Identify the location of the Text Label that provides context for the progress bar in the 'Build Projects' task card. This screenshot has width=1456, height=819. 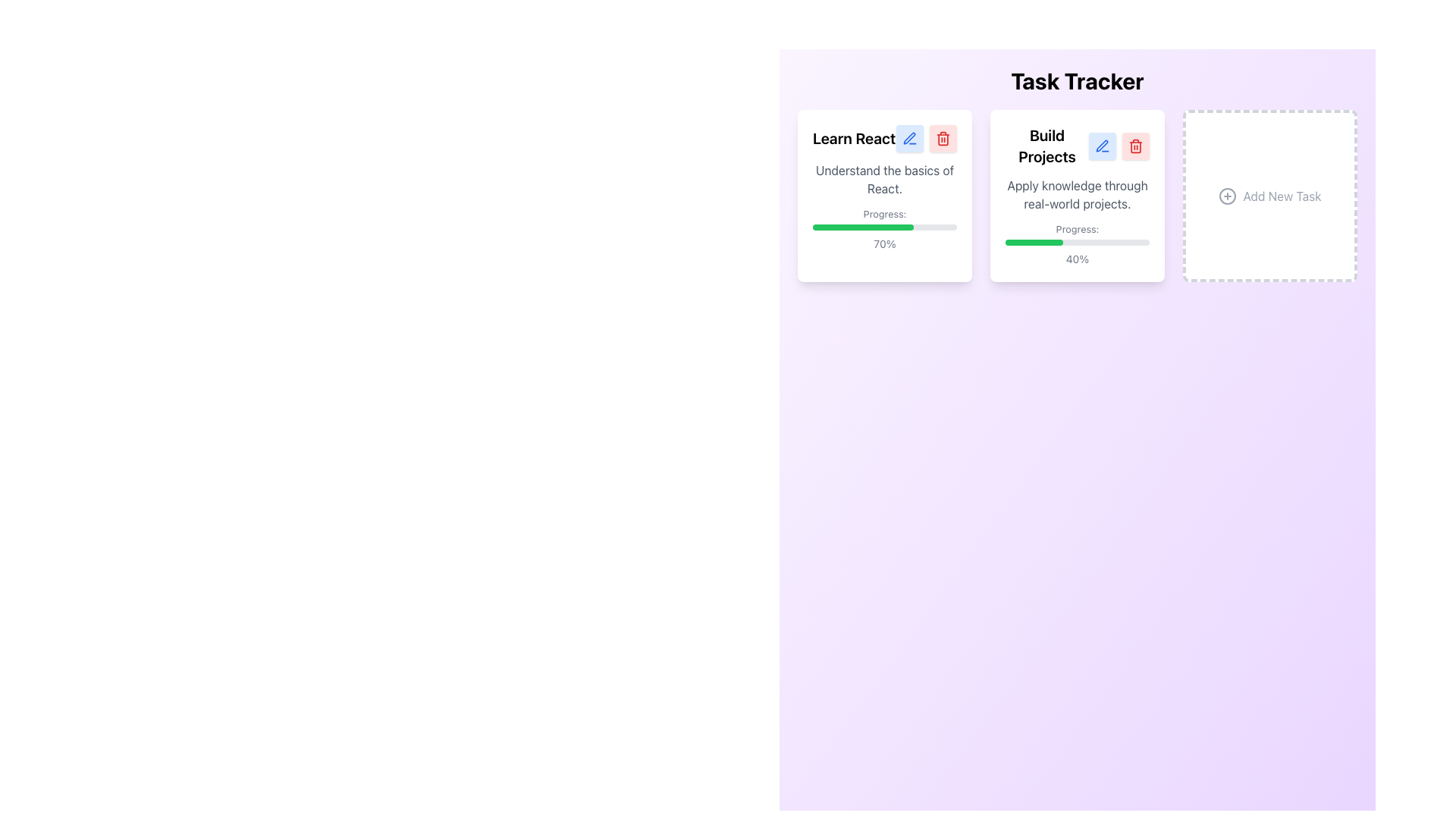
(1076, 228).